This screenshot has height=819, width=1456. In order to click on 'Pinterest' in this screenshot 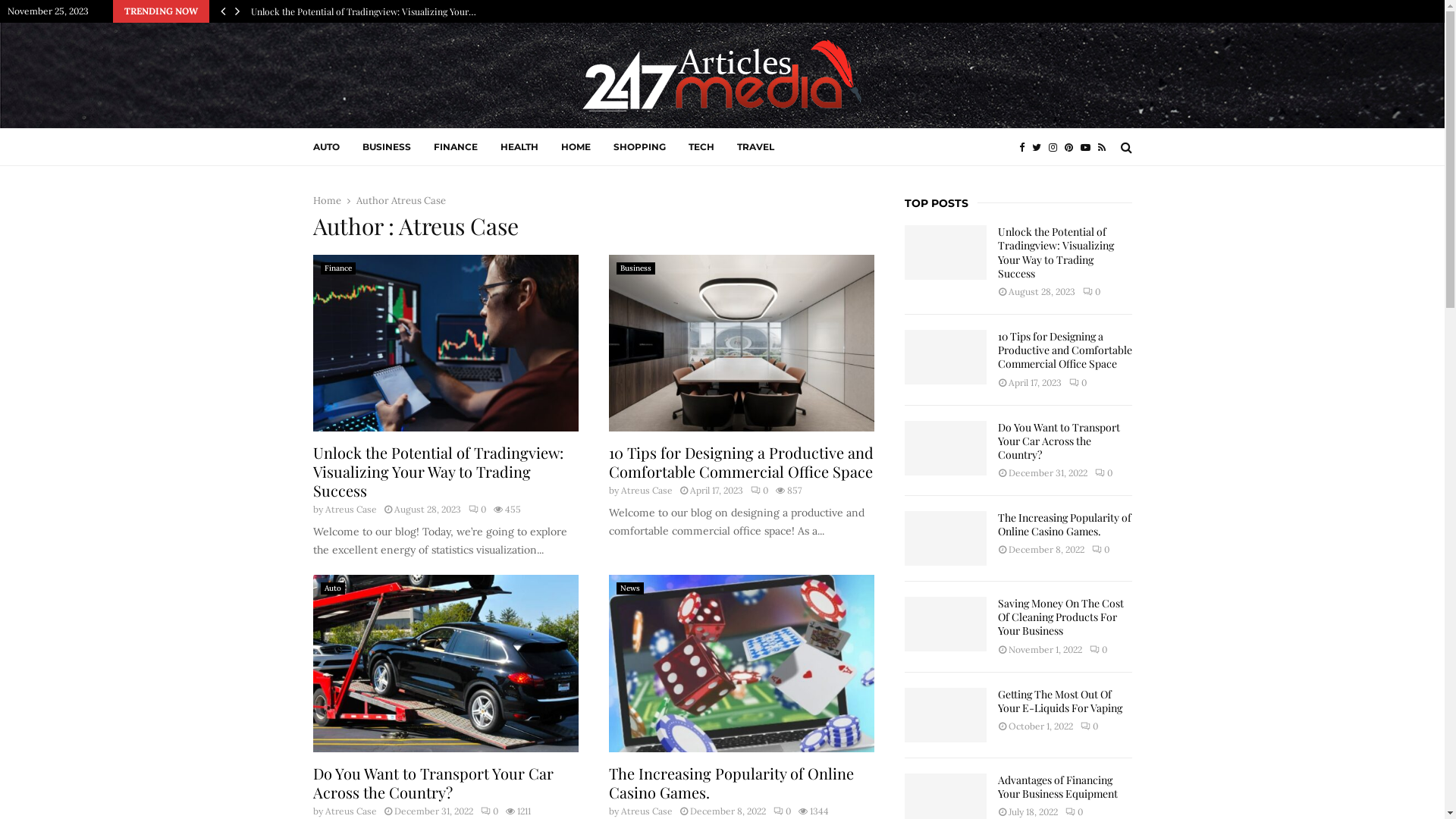, I will do `click(1072, 147)`.